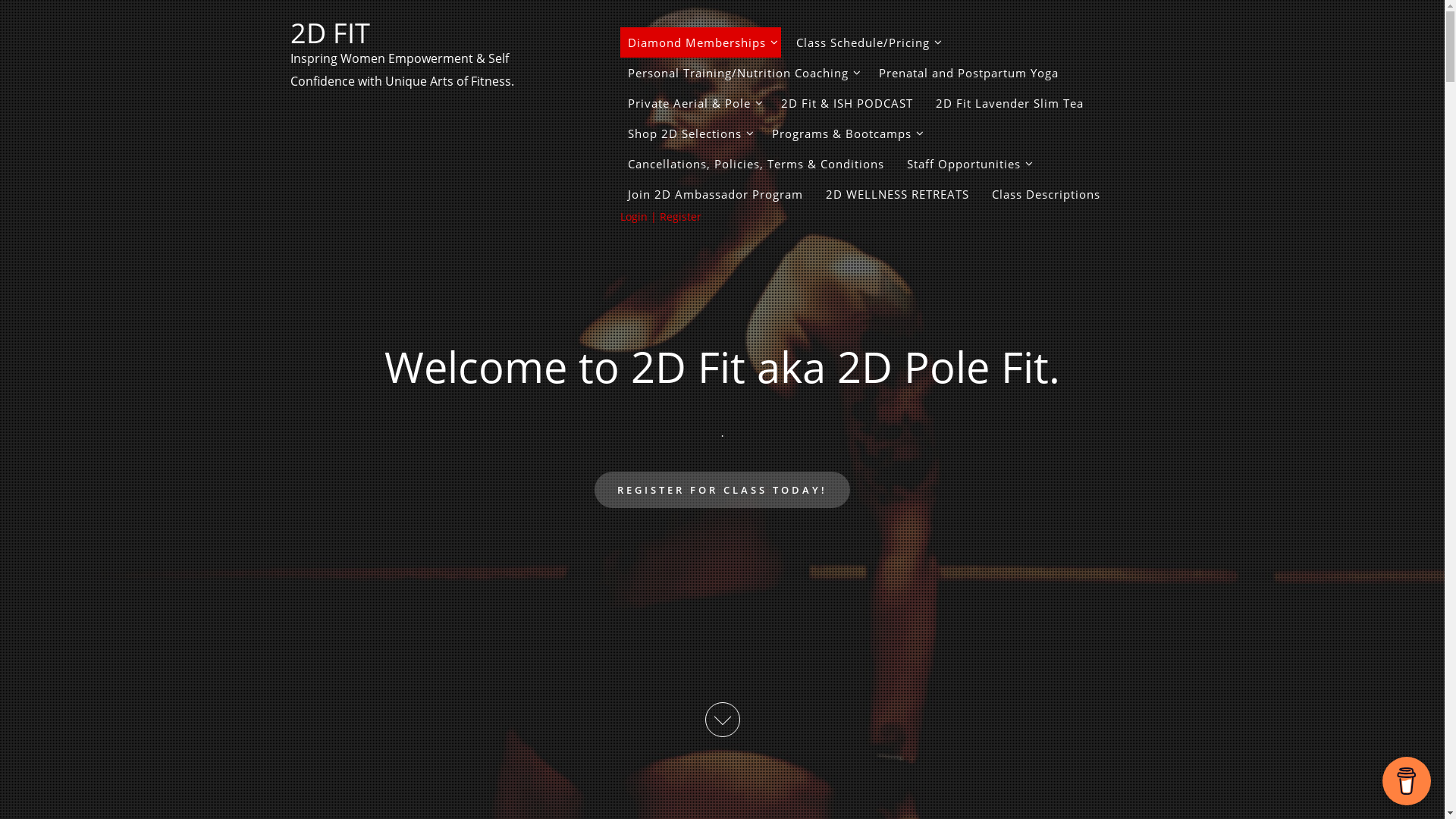 Image resolution: width=1456 pixels, height=819 pixels. What do you see at coordinates (692, 102) in the screenshot?
I see `'Private Aerial & Pole'` at bounding box center [692, 102].